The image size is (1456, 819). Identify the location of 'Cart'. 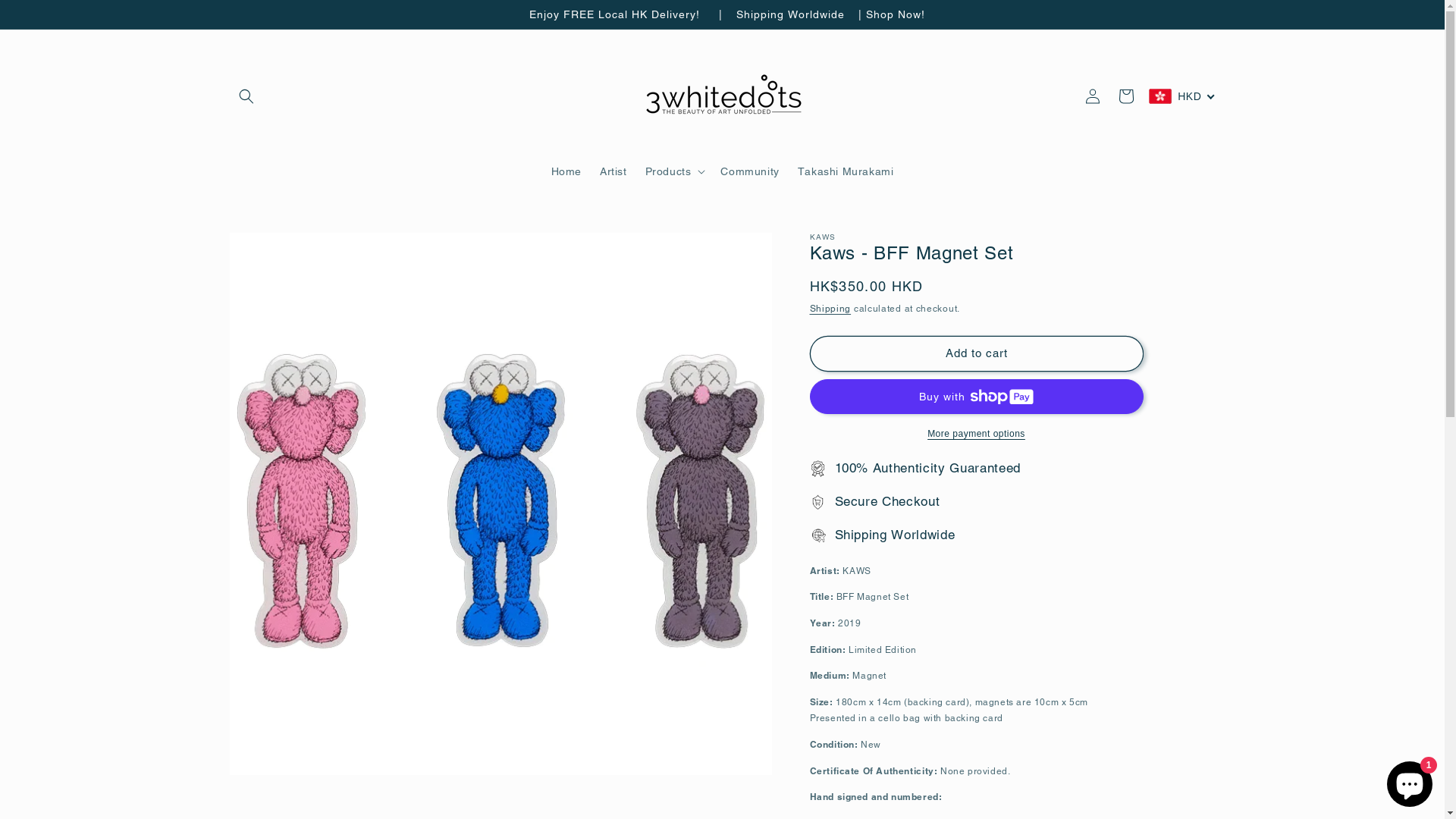
(1125, 96).